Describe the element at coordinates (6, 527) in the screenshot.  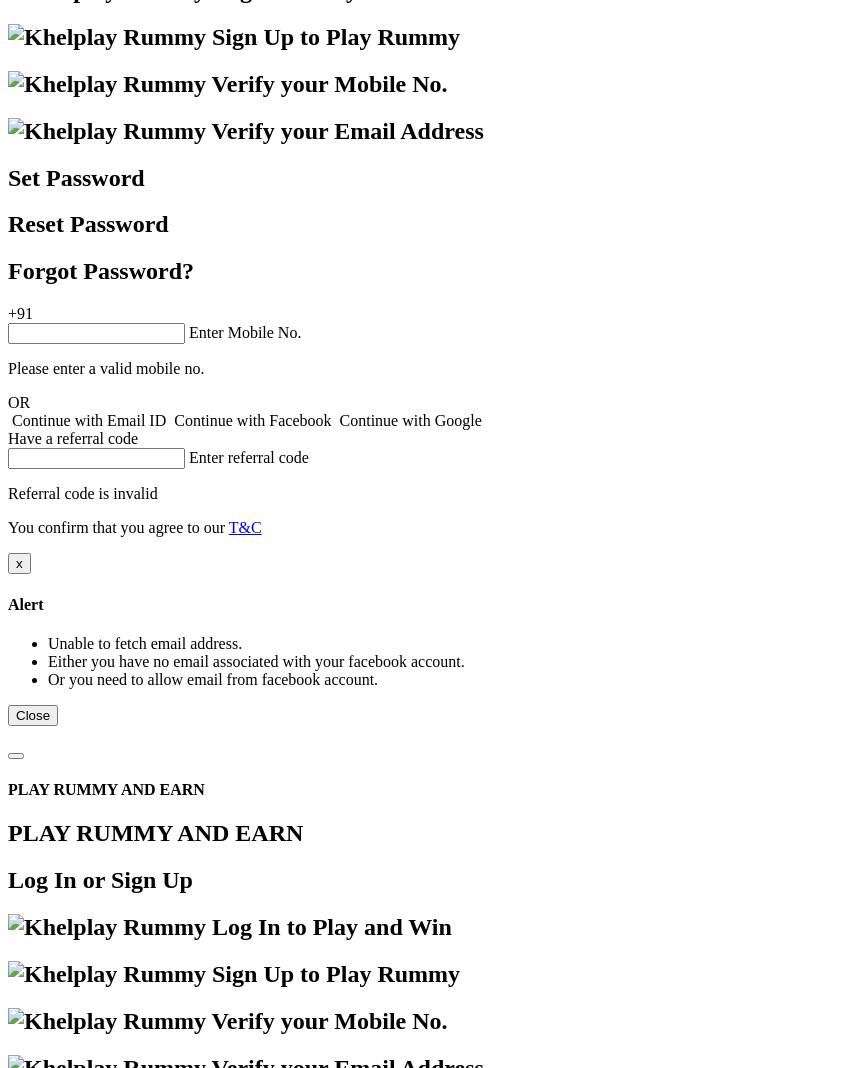
I see `'You confirm that you agree to our'` at that location.